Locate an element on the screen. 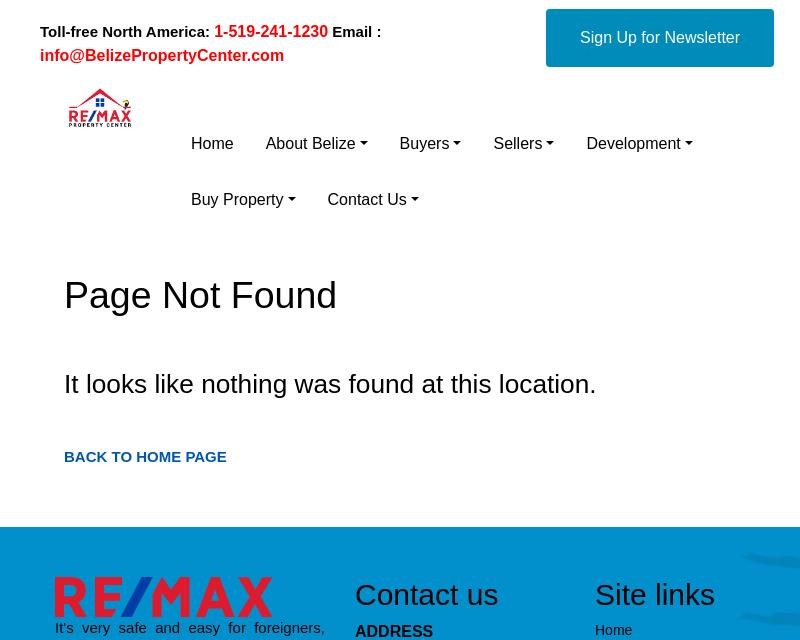 The image size is (800, 640). 'Toll-free North America:' is located at coordinates (39, 31).